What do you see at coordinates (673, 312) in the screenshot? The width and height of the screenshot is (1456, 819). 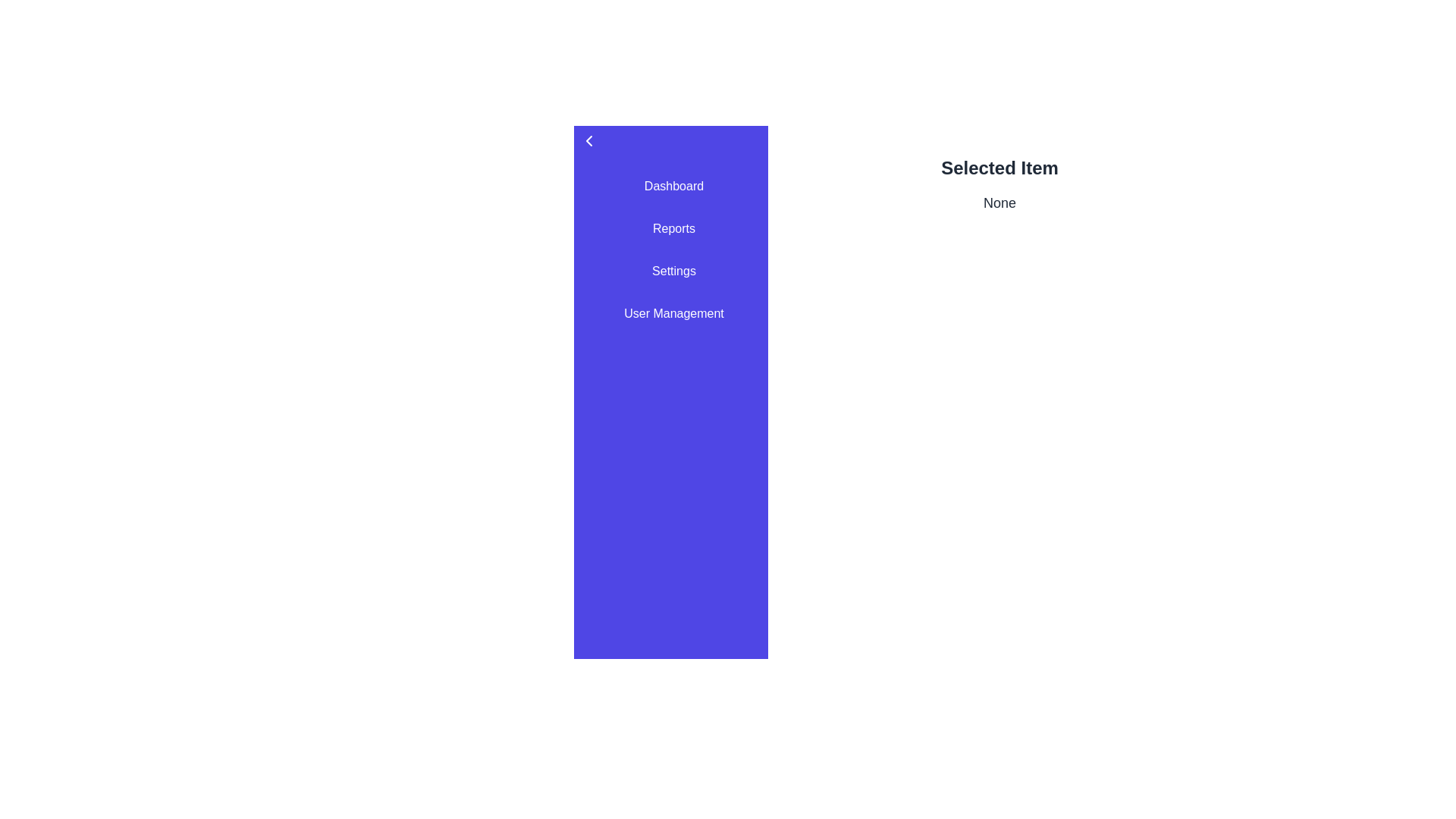 I see `the 'User Management' button with a blue background and white text, located in the vertical navigation menu` at bounding box center [673, 312].